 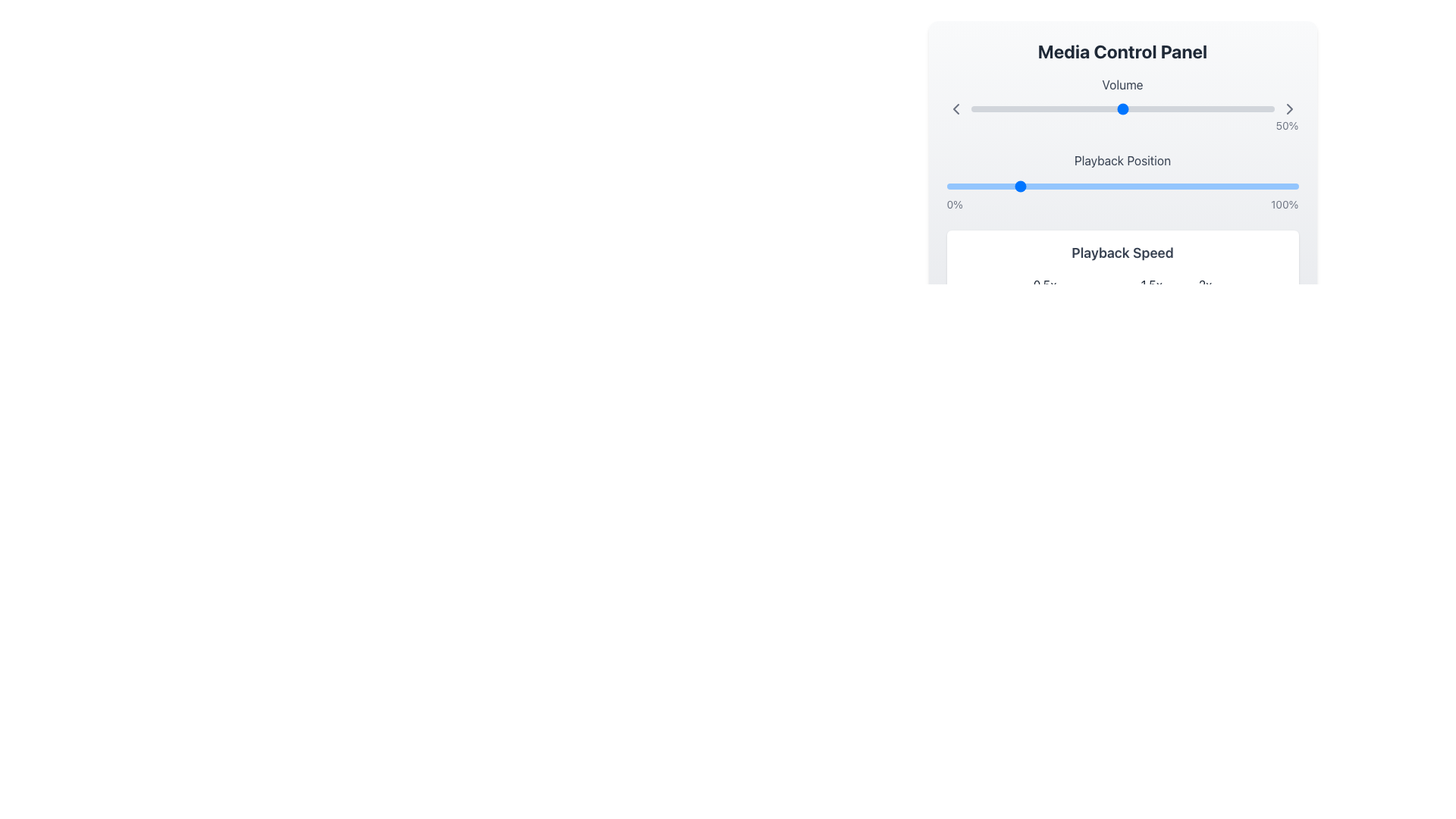 What do you see at coordinates (1291, 186) in the screenshot?
I see `the playback position` at bounding box center [1291, 186].